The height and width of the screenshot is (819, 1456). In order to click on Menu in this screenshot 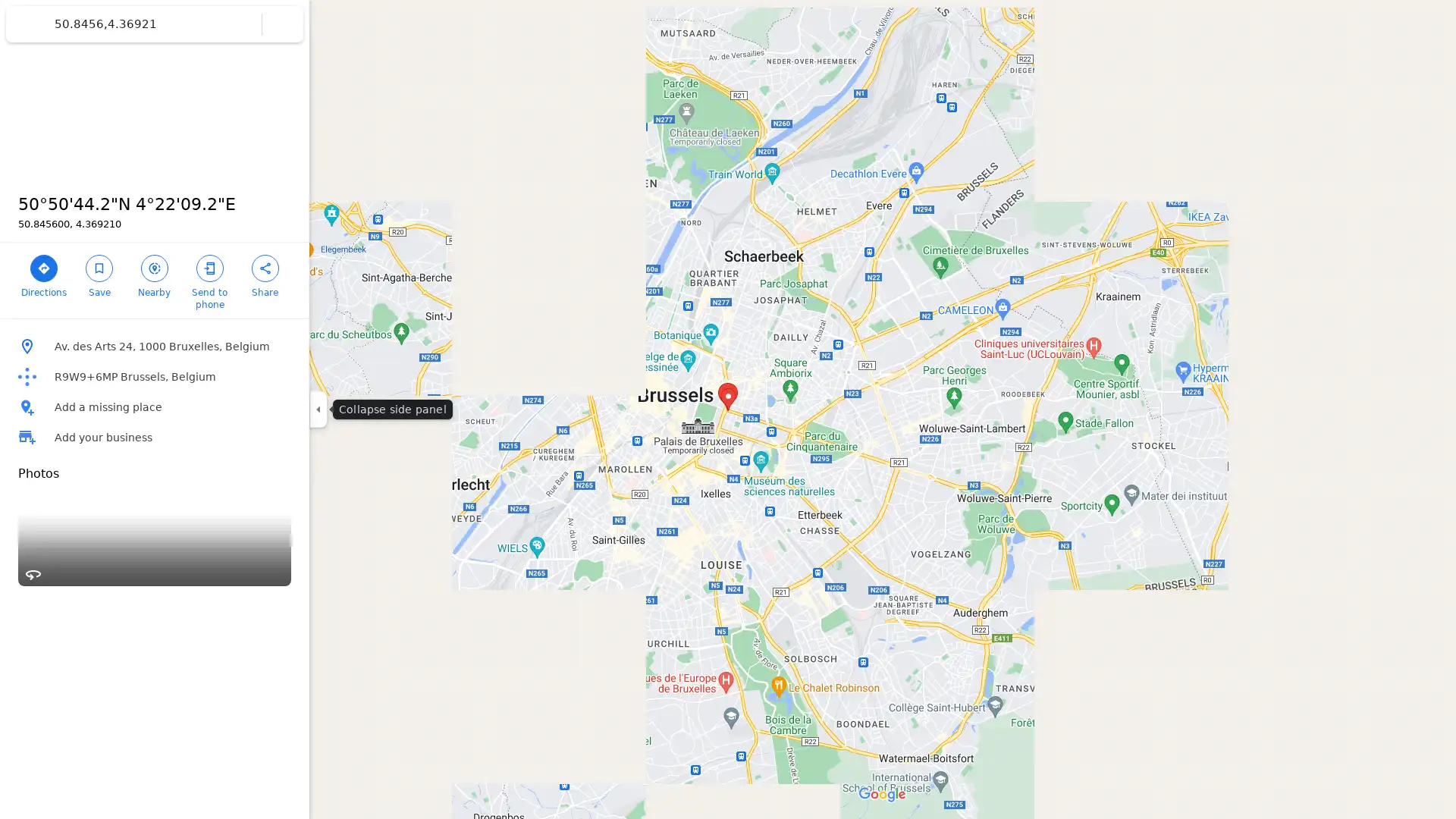, I will do `click(27, 26)`.